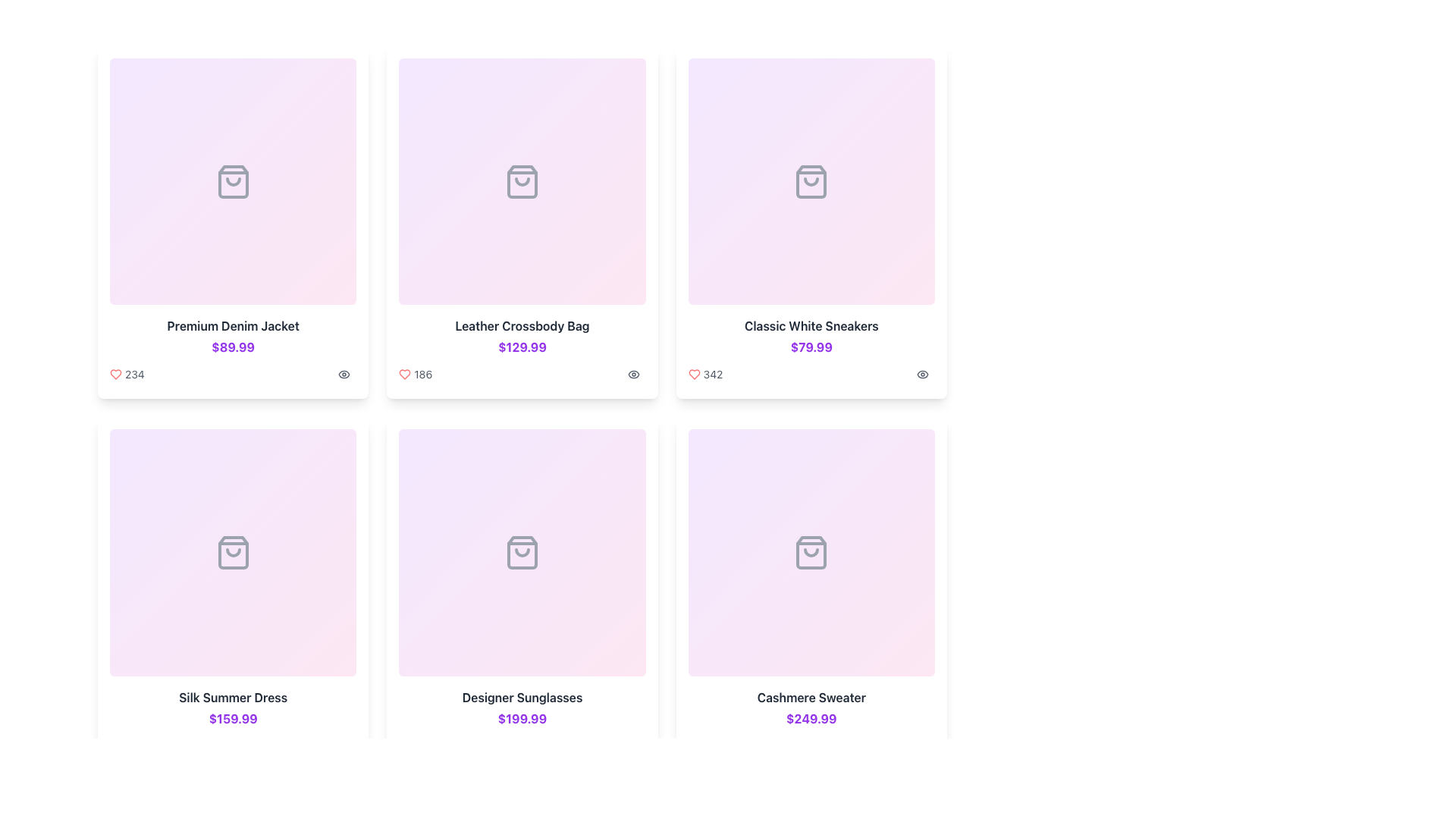 The height and width of the screenshot is (819, 1456). Describe the element at coordinates (232, 553) in the screenshot. I see `the shopping cart icon located in the second row, first column of the grid layout, centered within the card for 'Silk Summer Dress'` at that location.